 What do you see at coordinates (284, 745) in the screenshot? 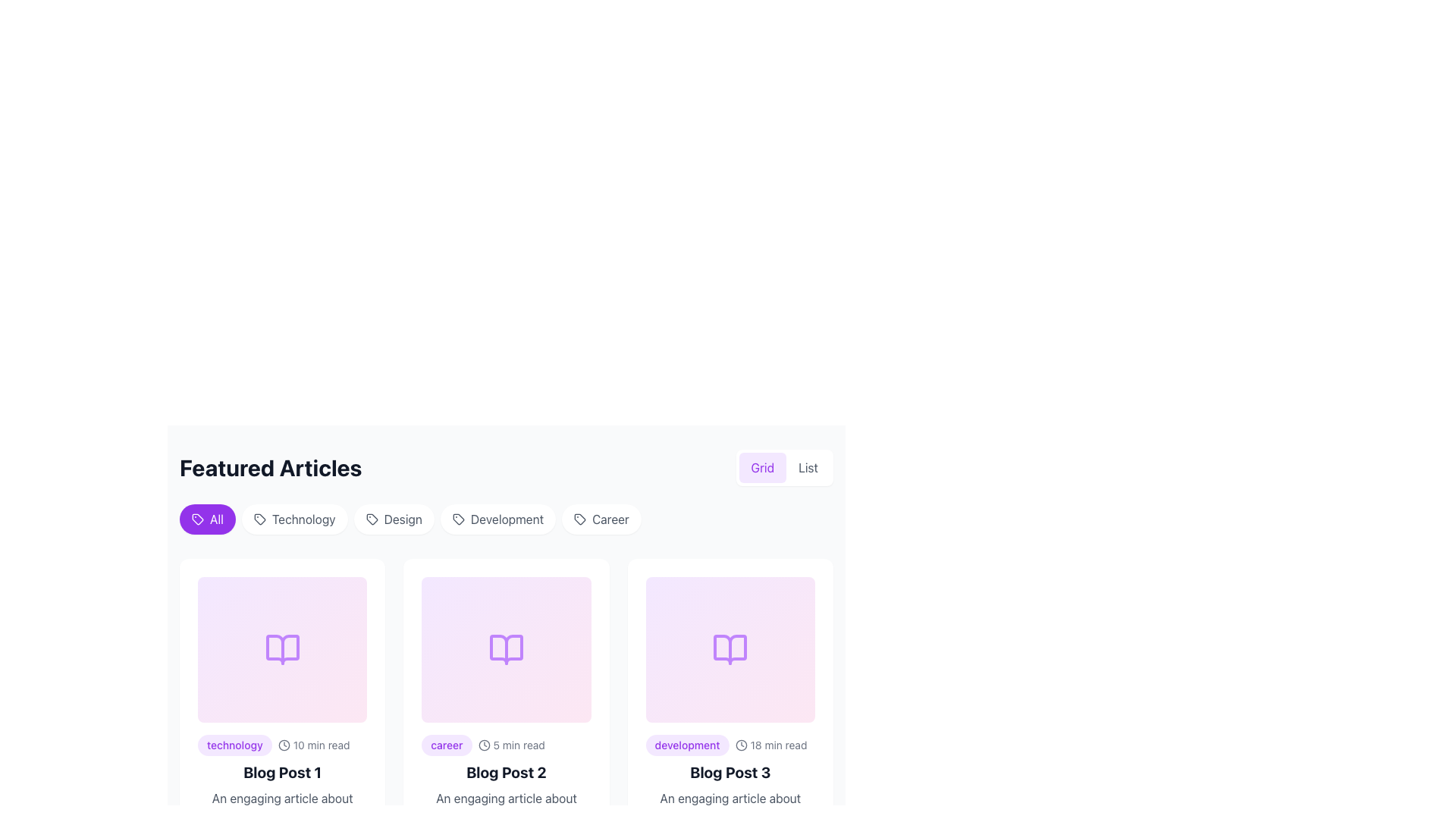
I see `the clock icon located to the left of the text '10 min read' within the label area of 'Blog Post 1.'` at bounding box center [284, 745].